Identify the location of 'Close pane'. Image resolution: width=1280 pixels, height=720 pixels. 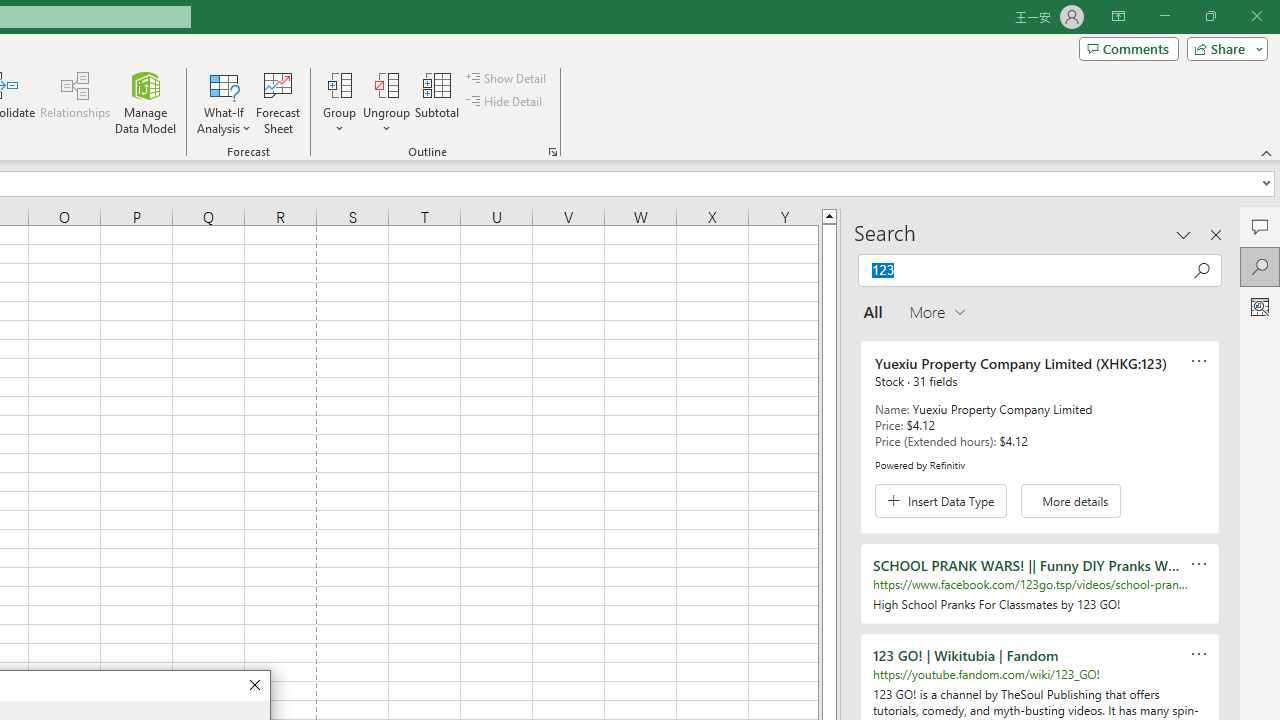
(1215, 234).